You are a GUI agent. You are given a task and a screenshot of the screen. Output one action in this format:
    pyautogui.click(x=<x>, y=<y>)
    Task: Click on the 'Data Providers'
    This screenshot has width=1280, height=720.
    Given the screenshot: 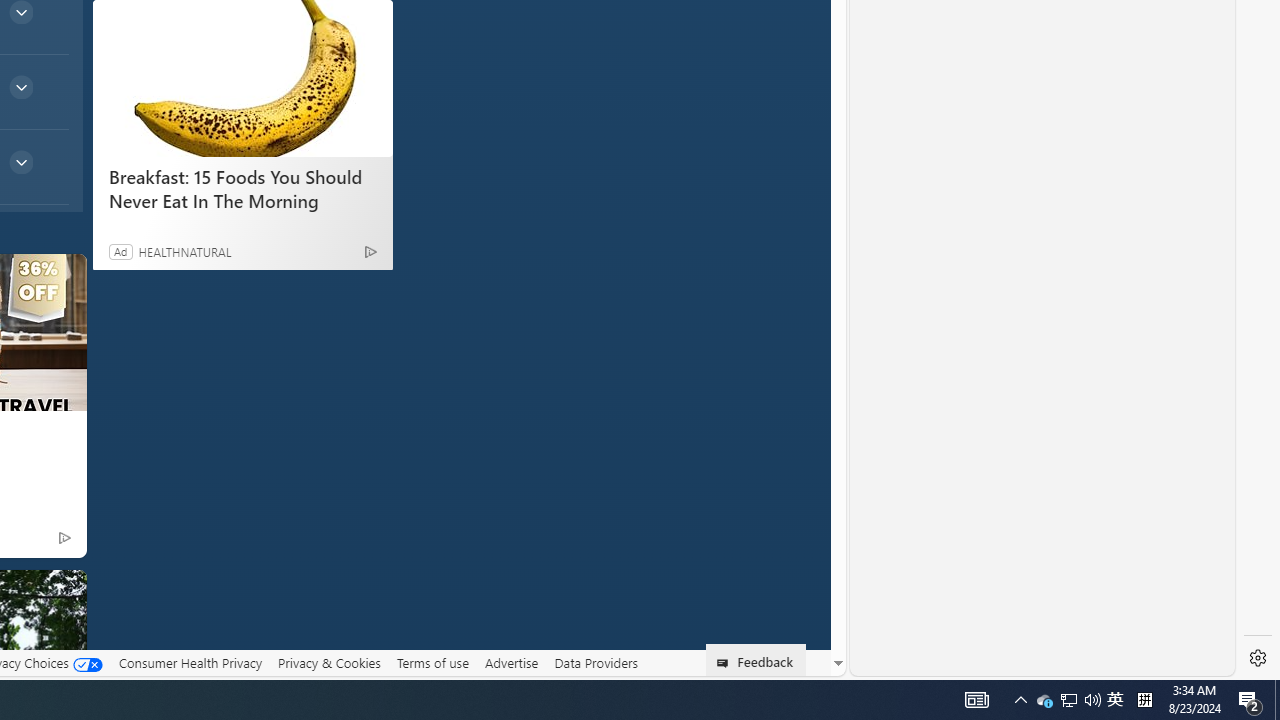 What is the action you would take?
    pyautogui.click(x=594, y=662)
    